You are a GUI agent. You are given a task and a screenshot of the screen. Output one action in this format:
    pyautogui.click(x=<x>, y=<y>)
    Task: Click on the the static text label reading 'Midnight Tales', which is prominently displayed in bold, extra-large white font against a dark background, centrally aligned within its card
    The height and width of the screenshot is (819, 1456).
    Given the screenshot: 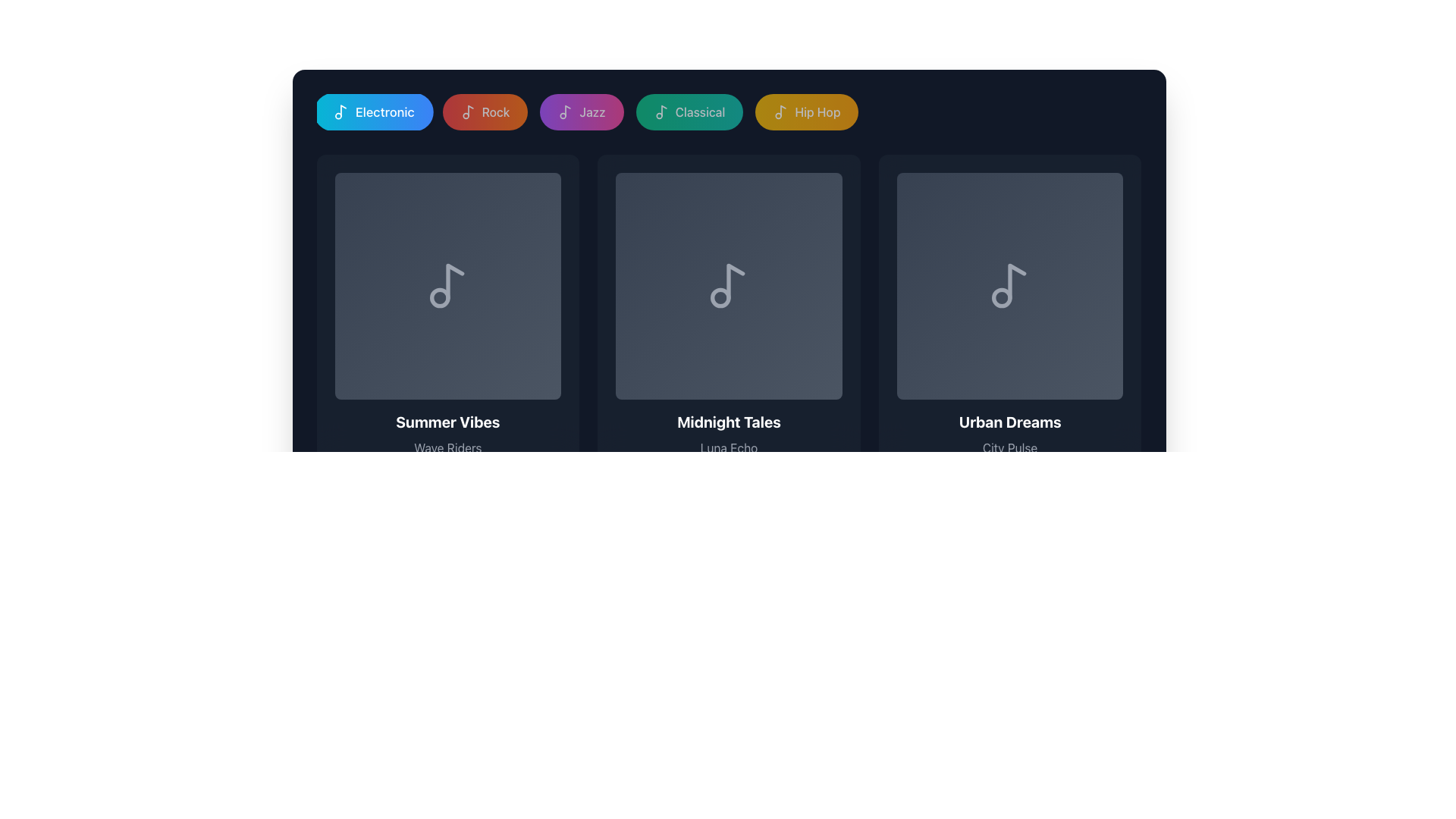 What is the action you would take?
    pyautogui.click(x=729, y=422)
    